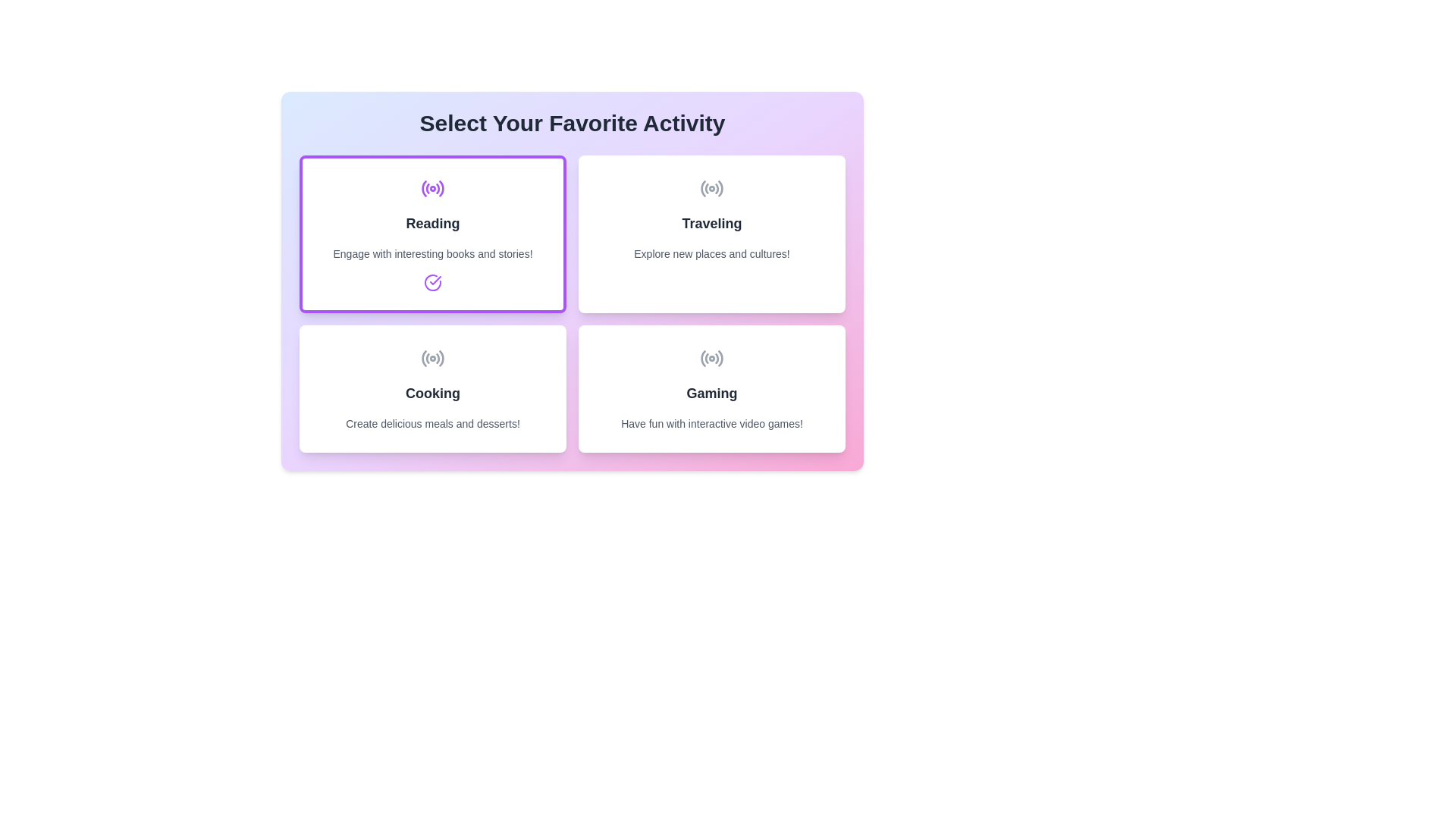  Describe the element at coordinates (711, 424) in the screenshot. I see `the descriptive subtitle or hint text located beneath the 'Gaming' heading in the rectangular card labeled 'Gaming', which is the fourth item in a 2x2 grid layout` at that location.